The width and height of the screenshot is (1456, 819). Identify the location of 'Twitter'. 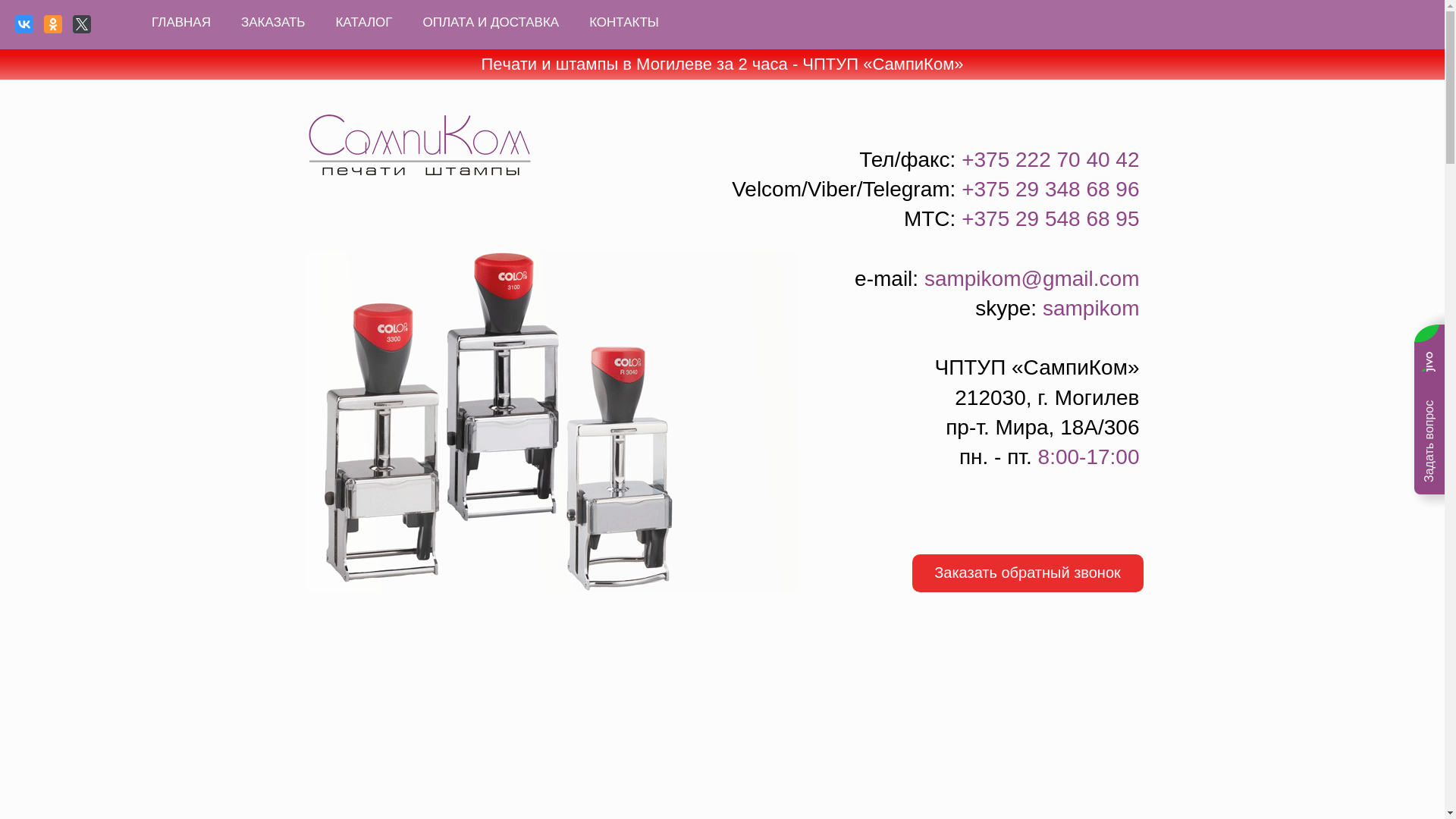
(81, 24).